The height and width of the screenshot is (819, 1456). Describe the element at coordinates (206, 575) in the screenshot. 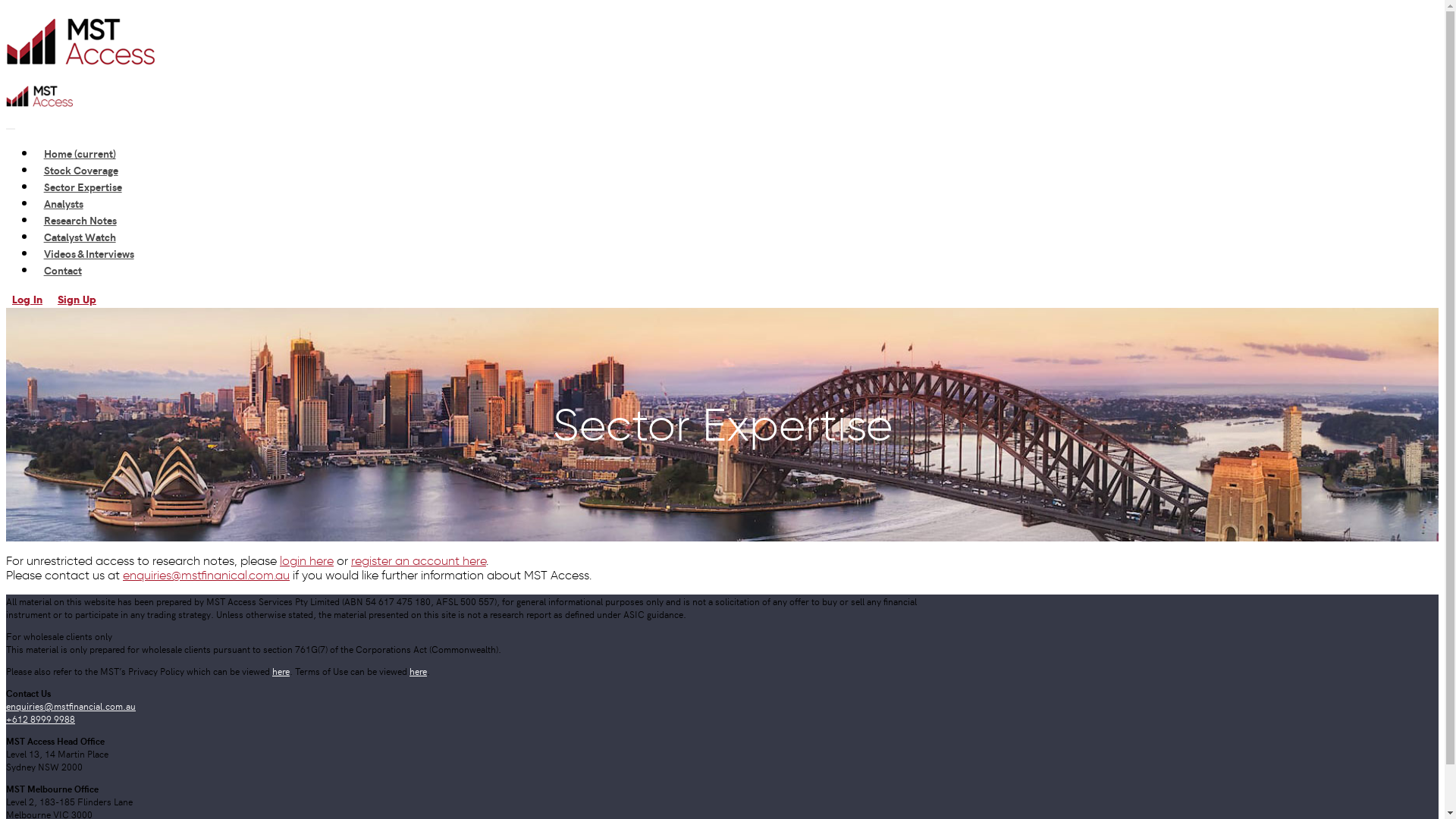

I see `'enquiries@mstfinanical.com.au'` at that location.